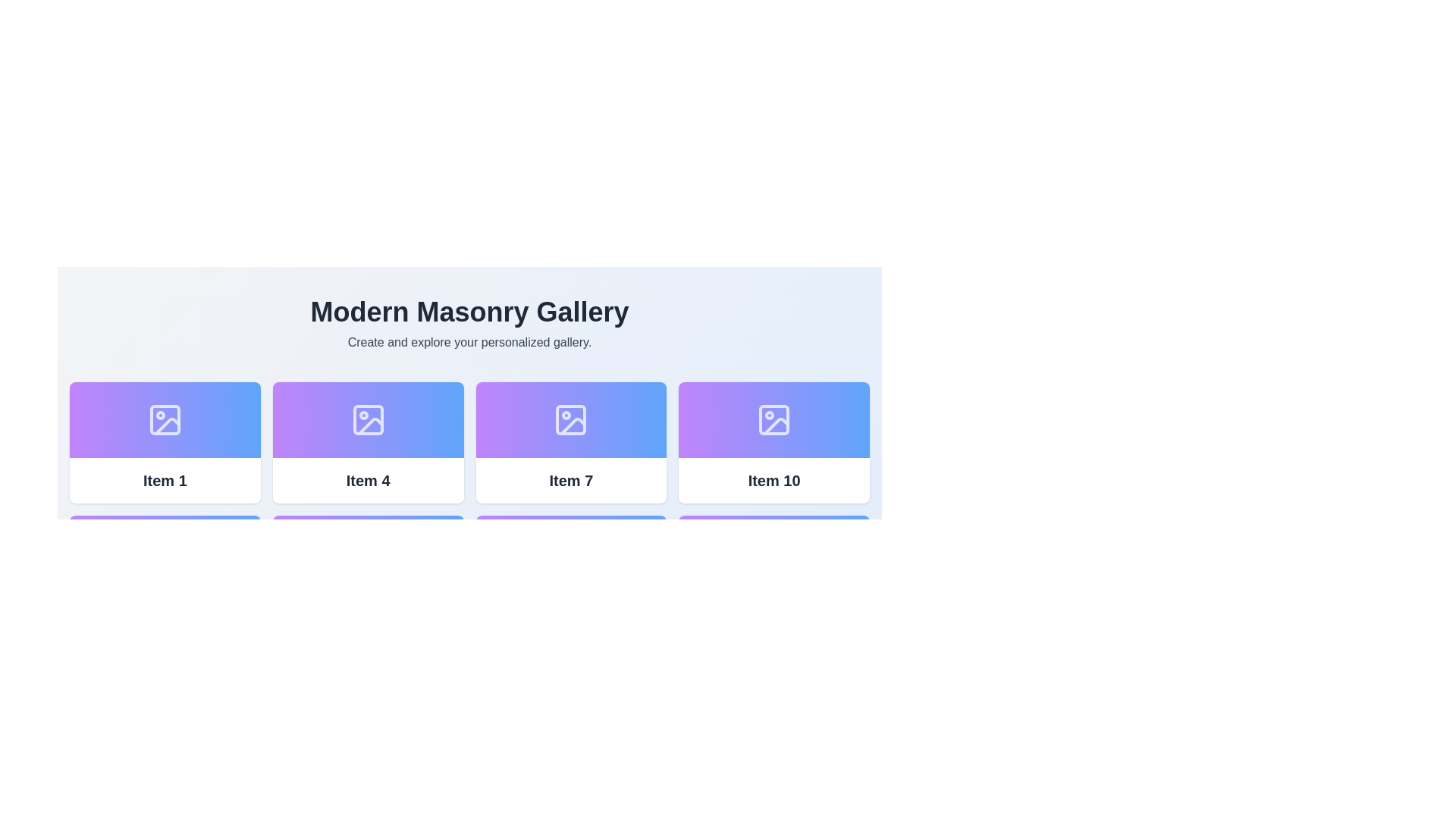  Describe the element at coordinates (469, 312) in the screenshot. I see `the heading text that serves as the title of the gallery section, providing context for the items displayed below` at that location.